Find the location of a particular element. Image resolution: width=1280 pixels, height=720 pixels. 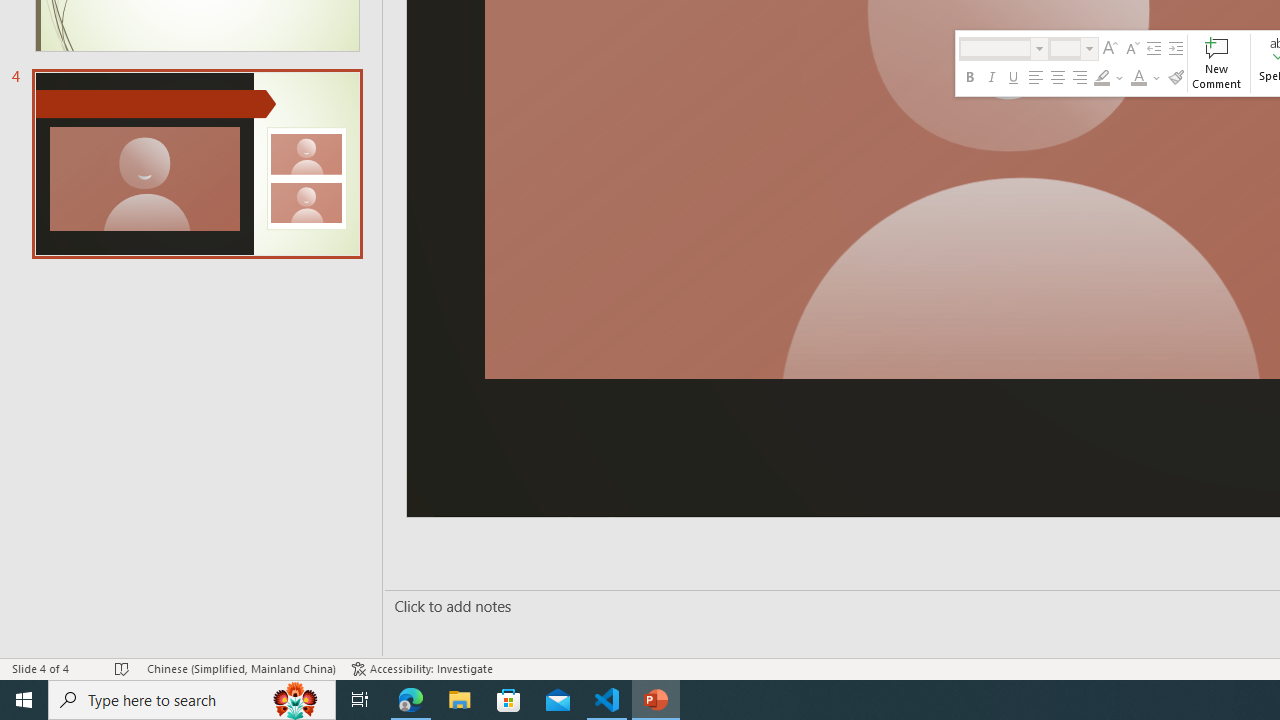

'Class: NetUITextbox' is located at coordinates (1064, 47).